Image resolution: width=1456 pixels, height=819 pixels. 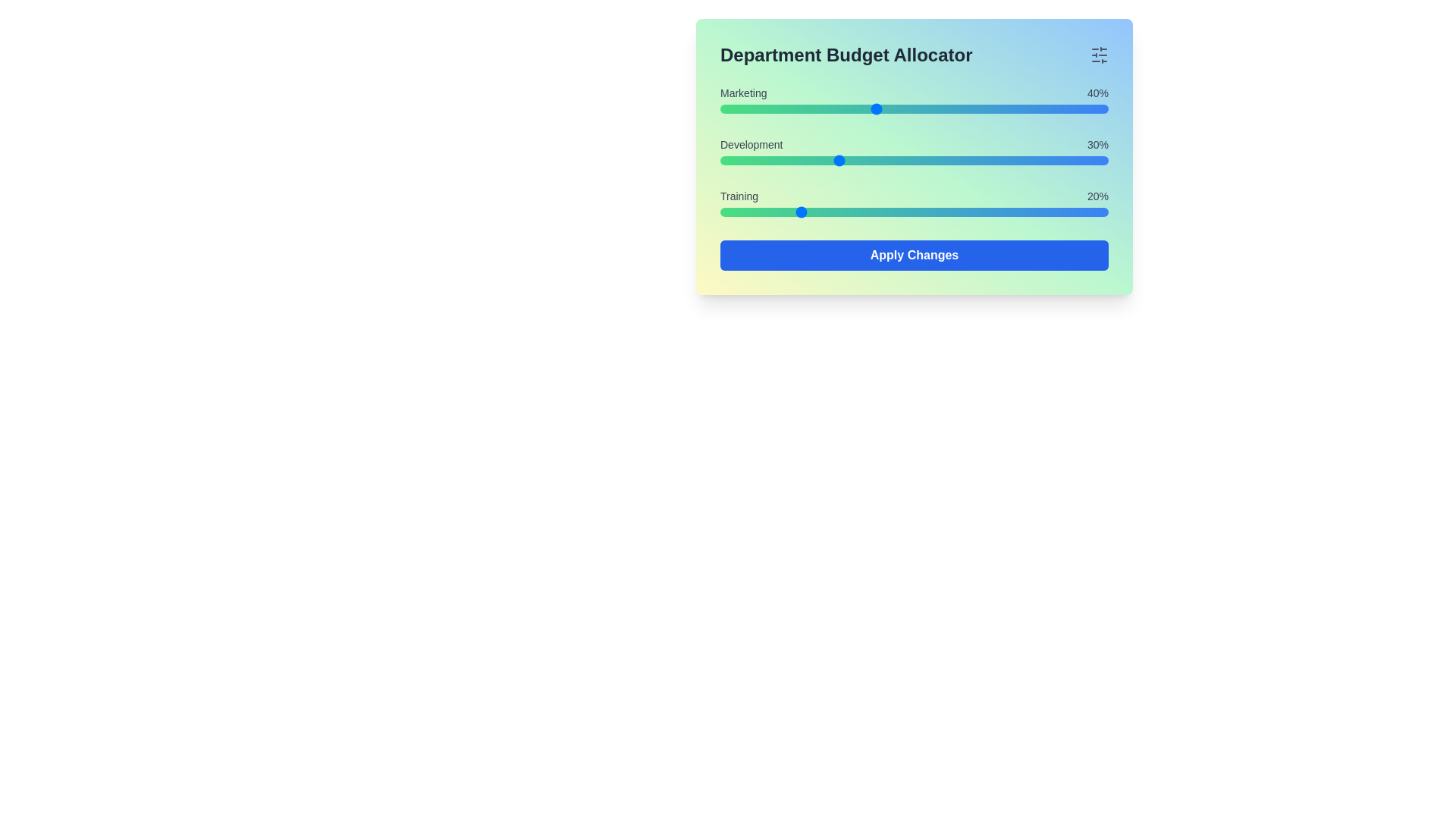 I want to click on the Training budget slider to 24%, so click(x=812, y=212).